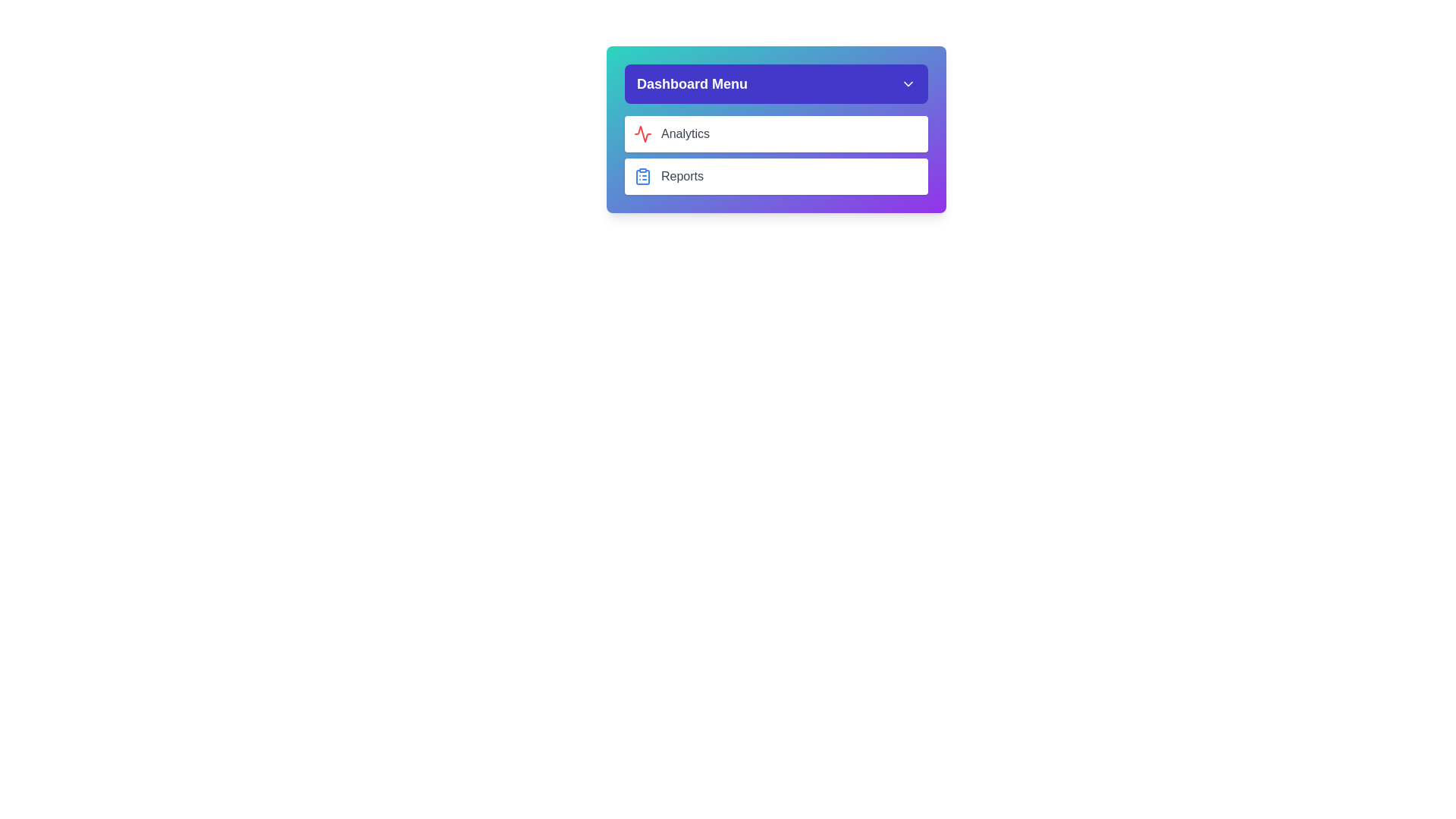  Describe the element at coordinates (776, 175) in the screenshot. I see `the 'Reports' button` at that location.